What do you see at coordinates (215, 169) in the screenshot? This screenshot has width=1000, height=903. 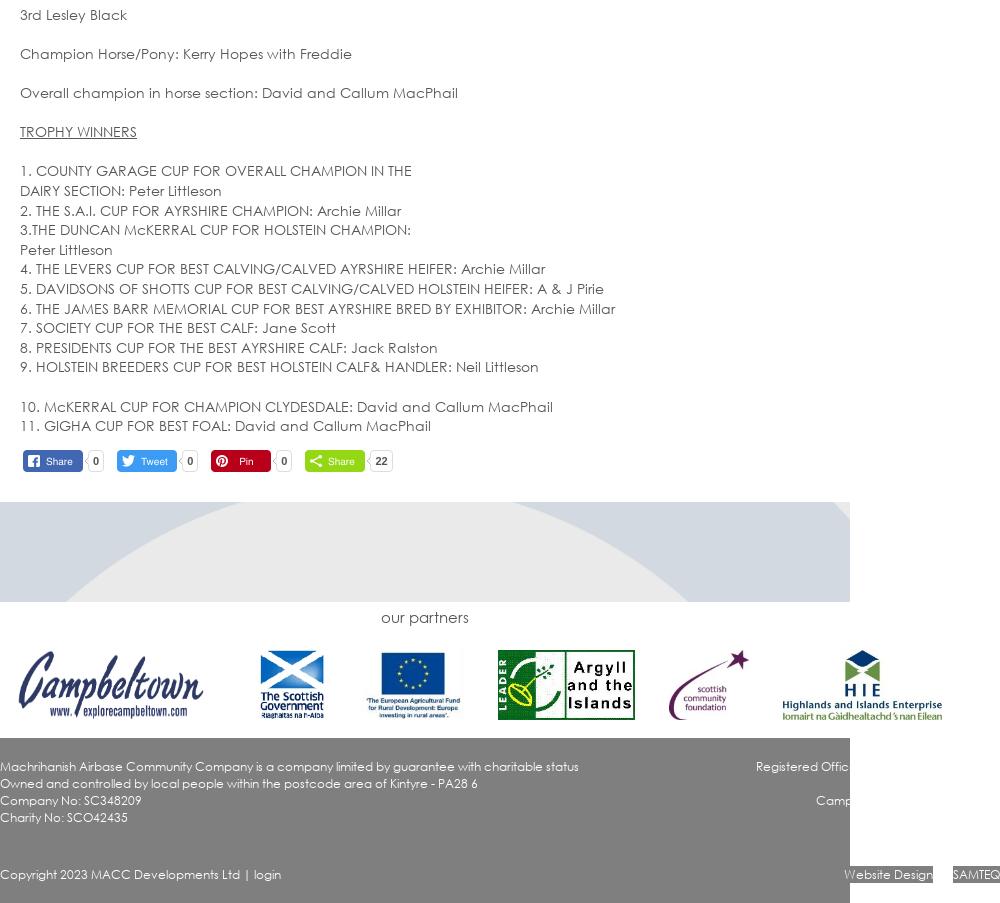 I see `'1. COUNTY GARAGE CUP FOR OVERALL CHAMPION IN THE'` at bounding box center [215, 169].